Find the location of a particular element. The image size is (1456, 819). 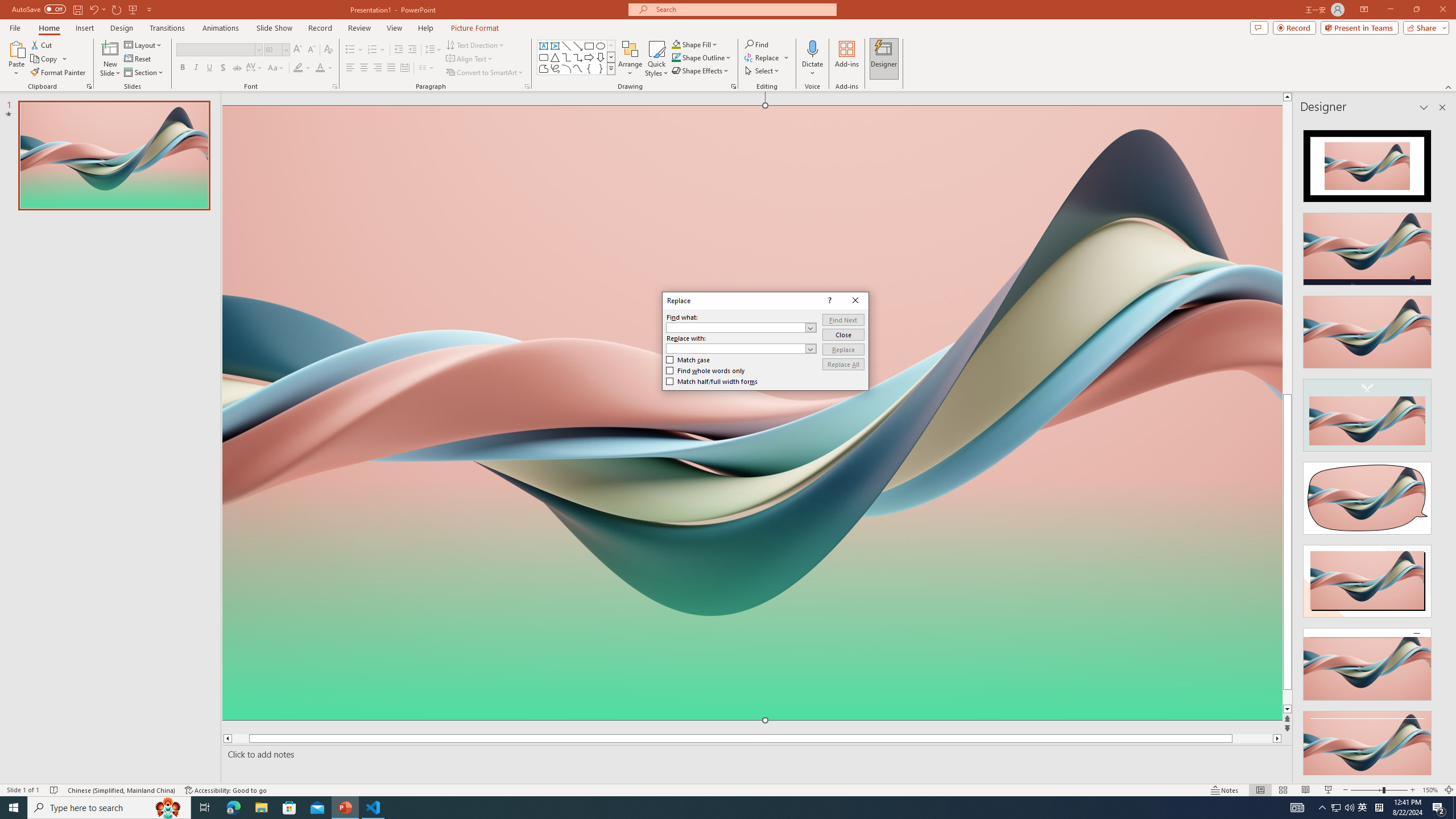

'Find what' is located at coordinates (735, 327).